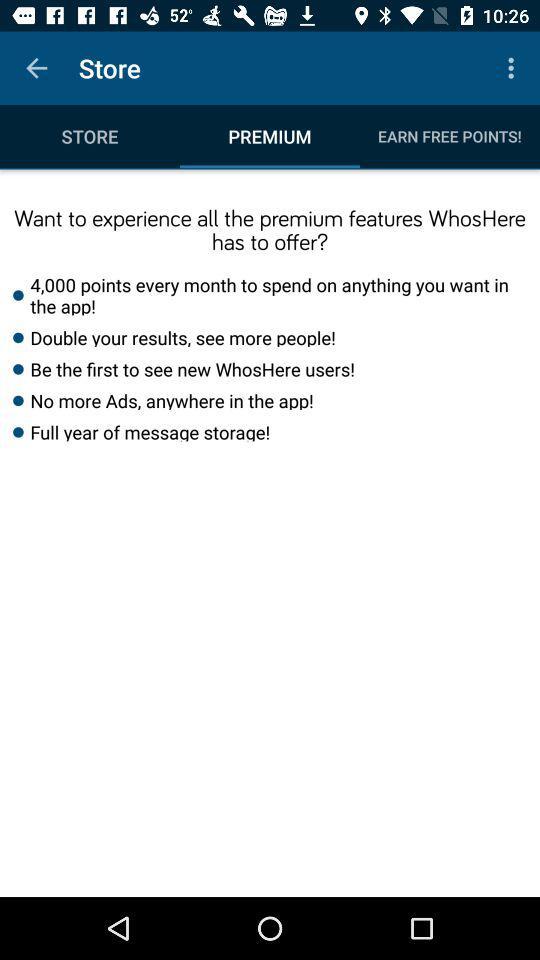 Image resolution: width=540 pixels, height=960 pixels. I want to click on the item above the store item, so click(36, 68).